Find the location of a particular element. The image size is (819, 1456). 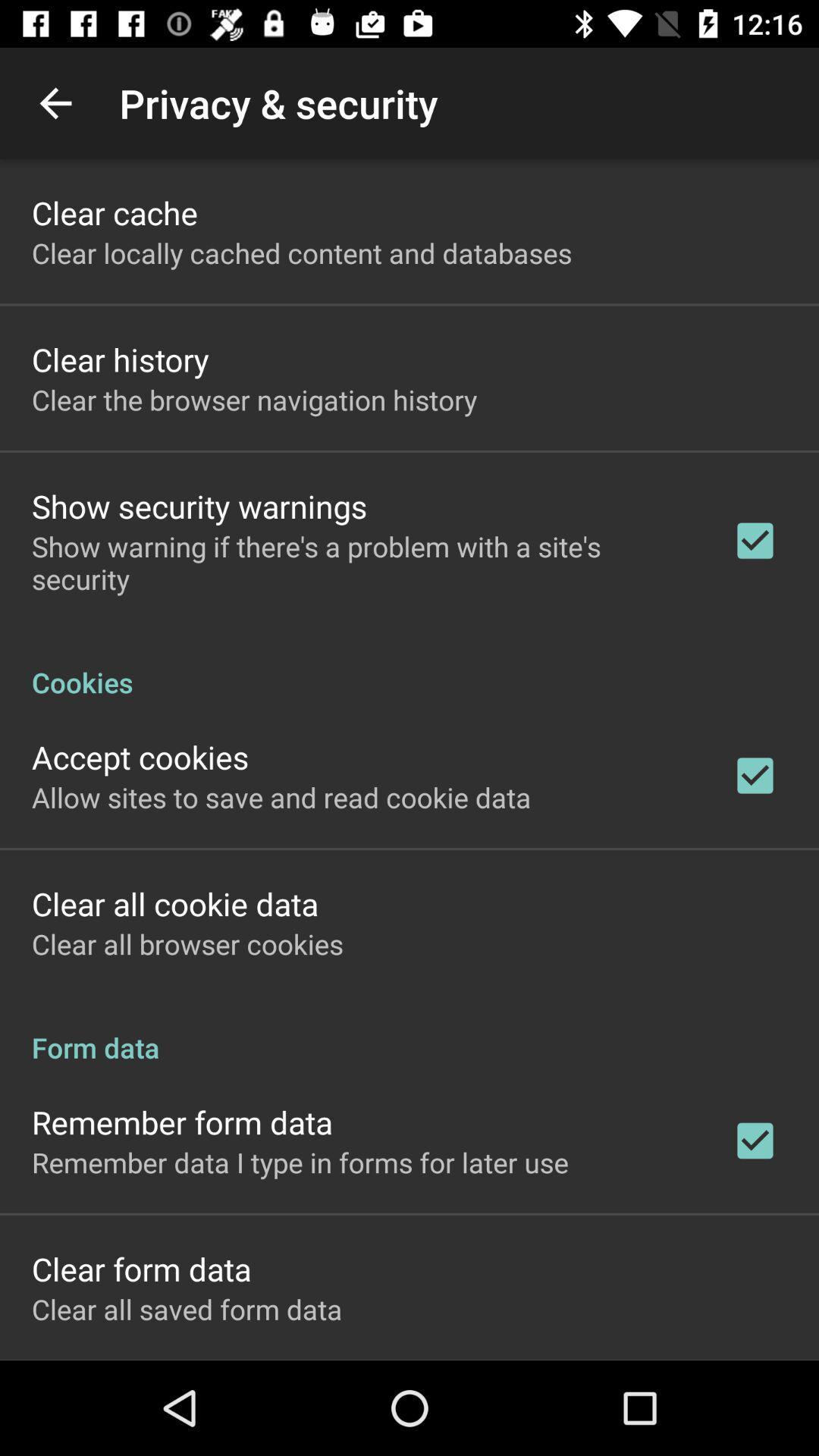

app below the accept cookies item is located at coordinates (281, 796).